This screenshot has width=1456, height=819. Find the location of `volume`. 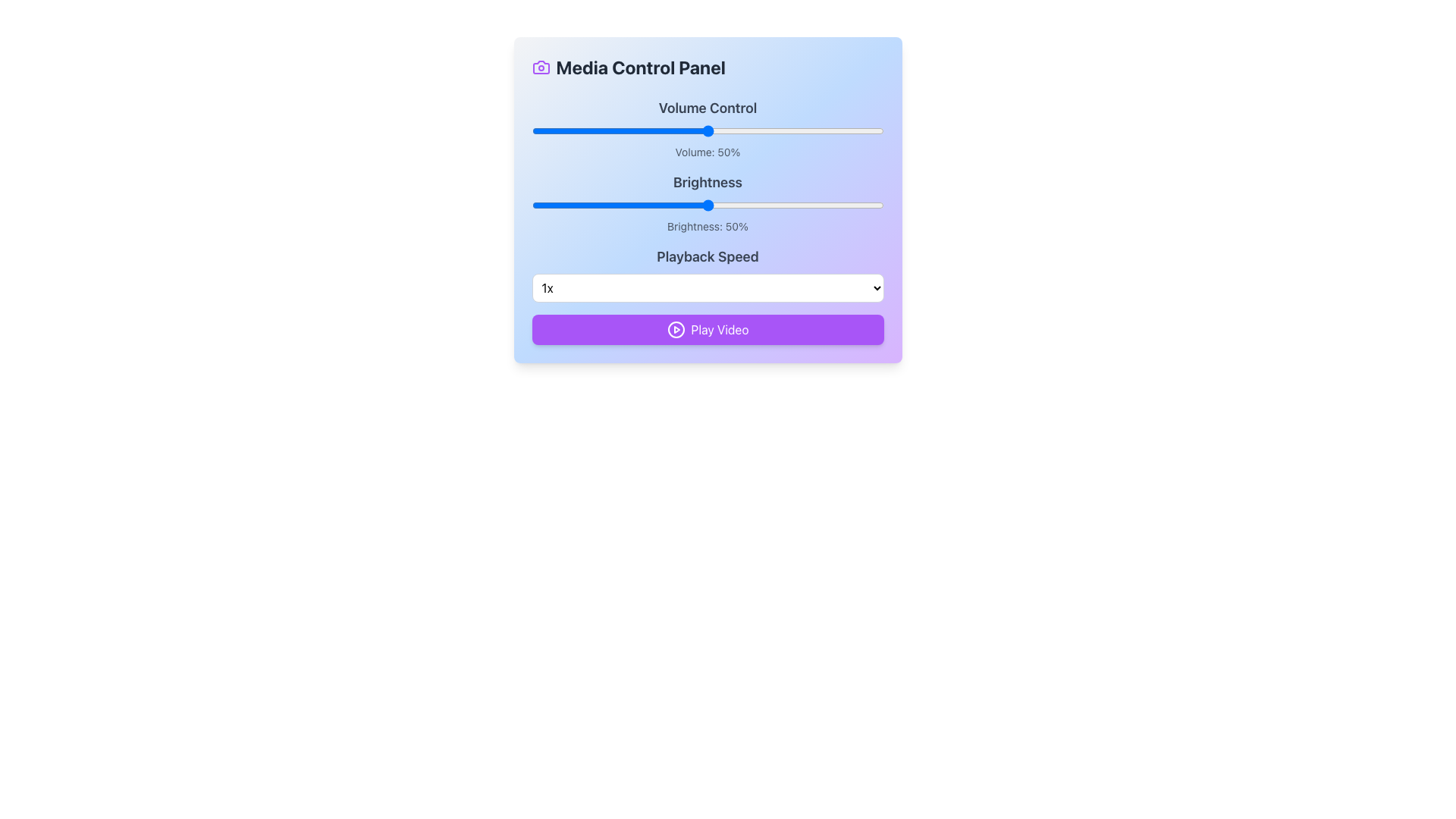

volume is located at coordinates (795, 130).